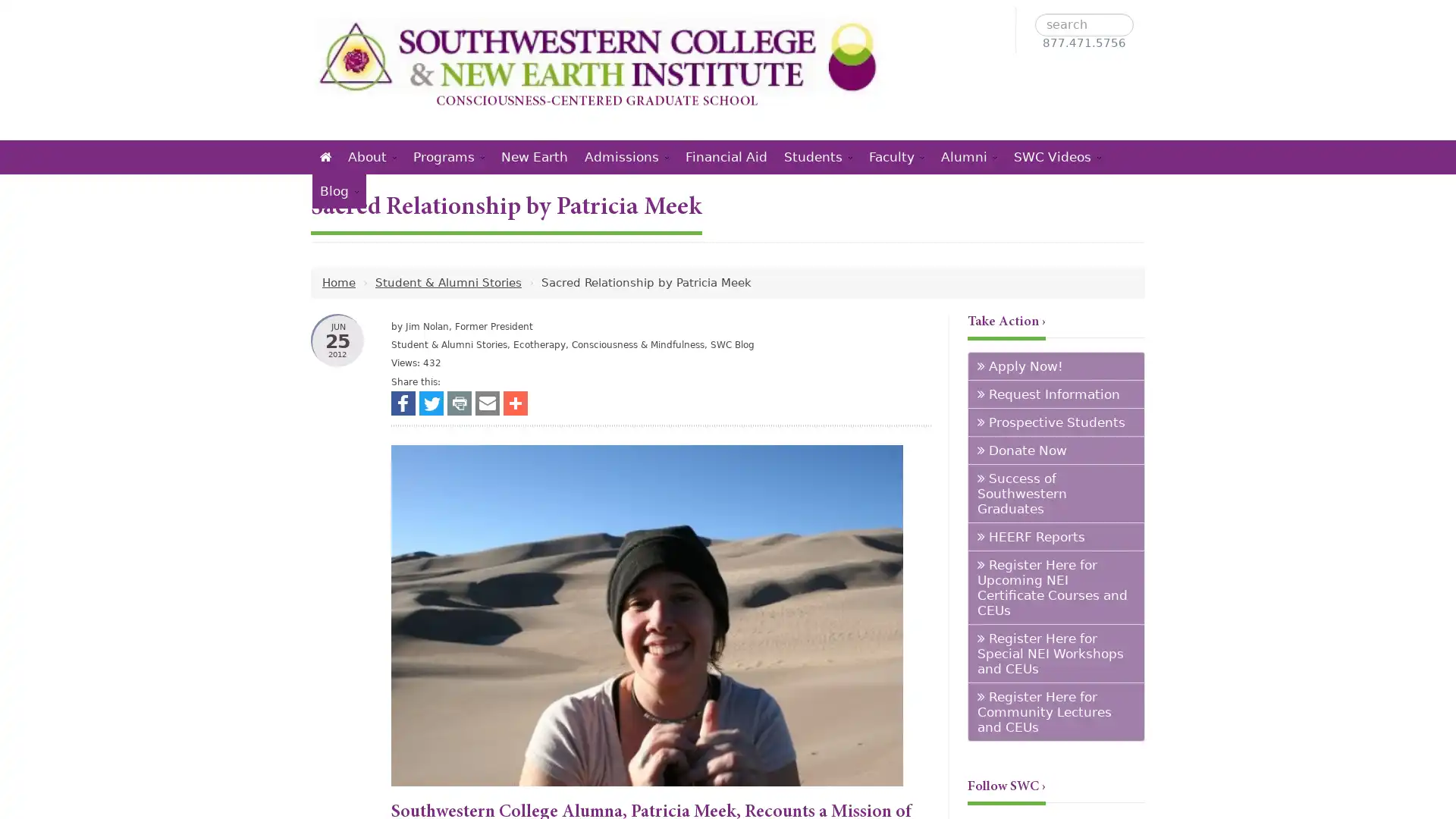  What do you see at coordinates (403, 402) in the screenshot?
I see `Share to Facebook` at bounding box center [403, 402].